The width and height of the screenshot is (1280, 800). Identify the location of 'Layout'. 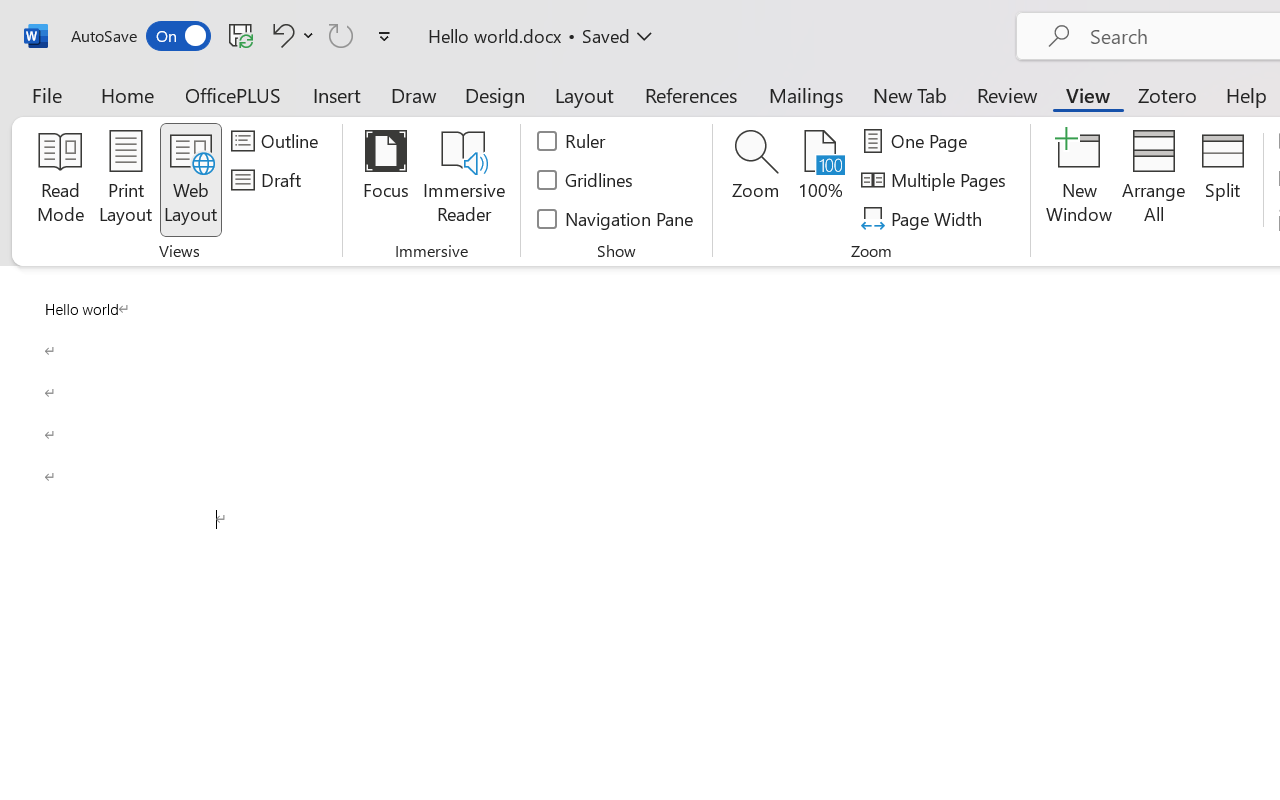
(583, 94).